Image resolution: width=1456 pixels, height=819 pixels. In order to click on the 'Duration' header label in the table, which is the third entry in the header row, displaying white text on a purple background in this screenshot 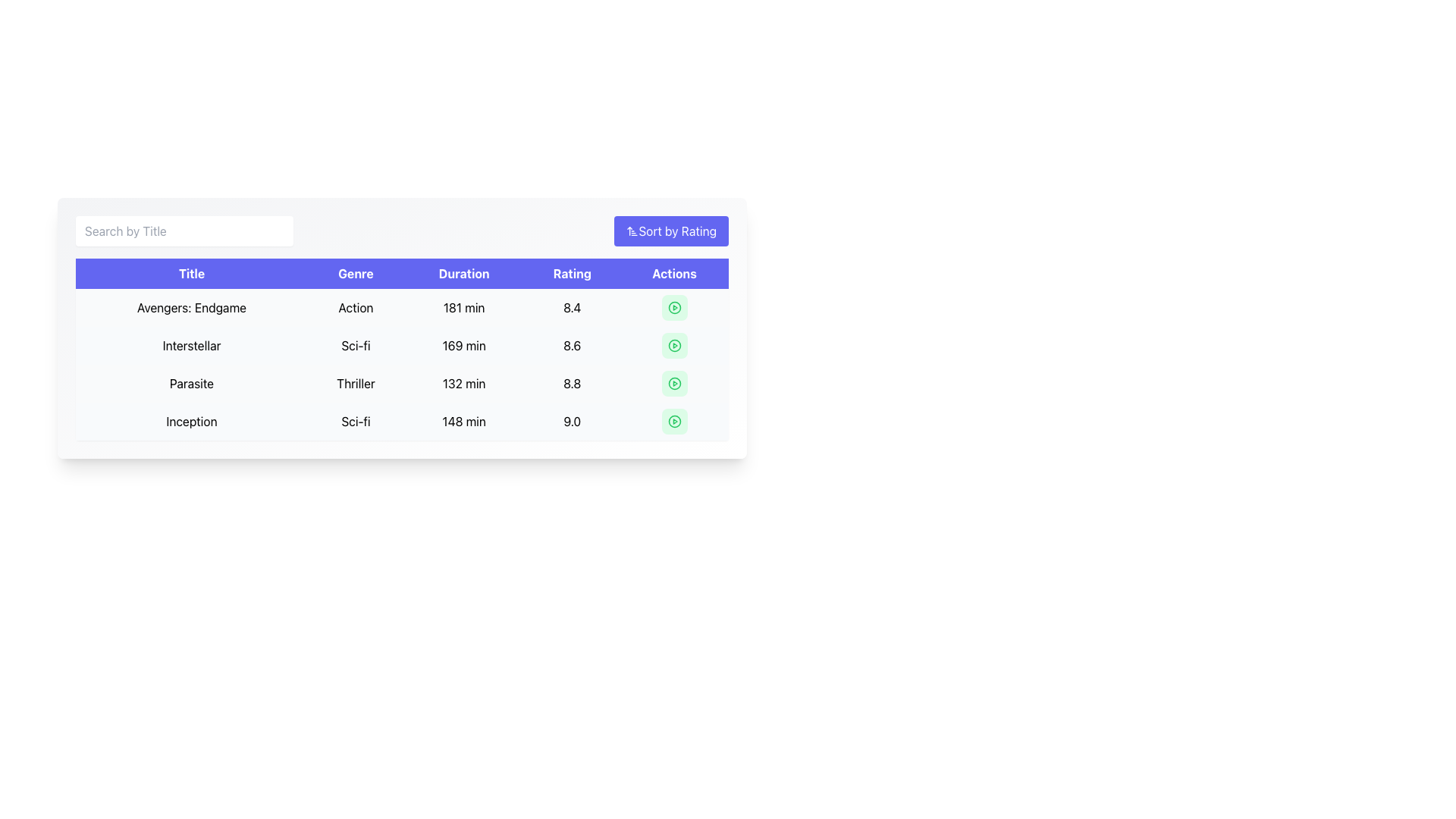, I will do `click(463, 274)`.